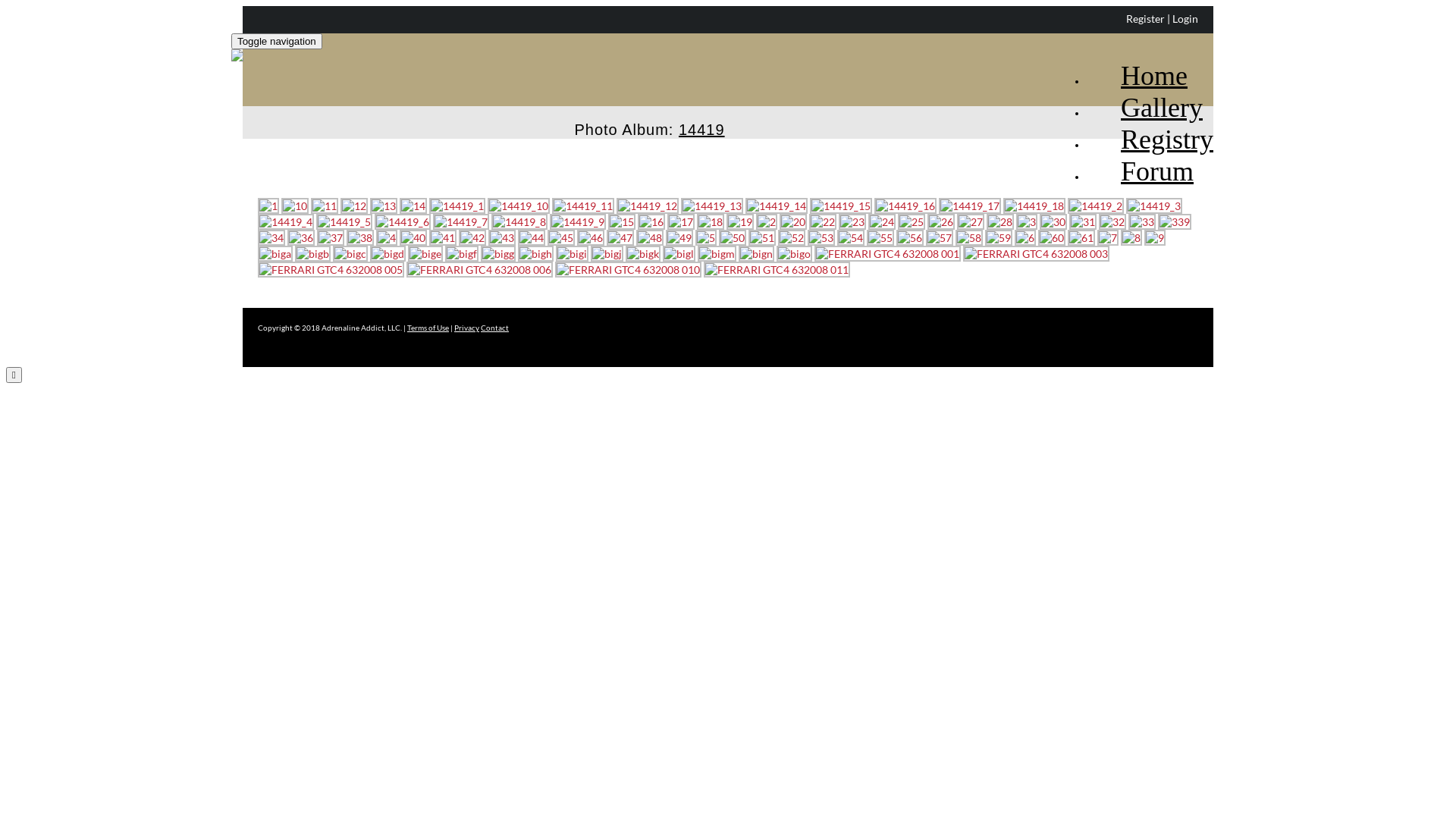  I want to click on 'bigg (click to enlarge)', so click(498, 253).